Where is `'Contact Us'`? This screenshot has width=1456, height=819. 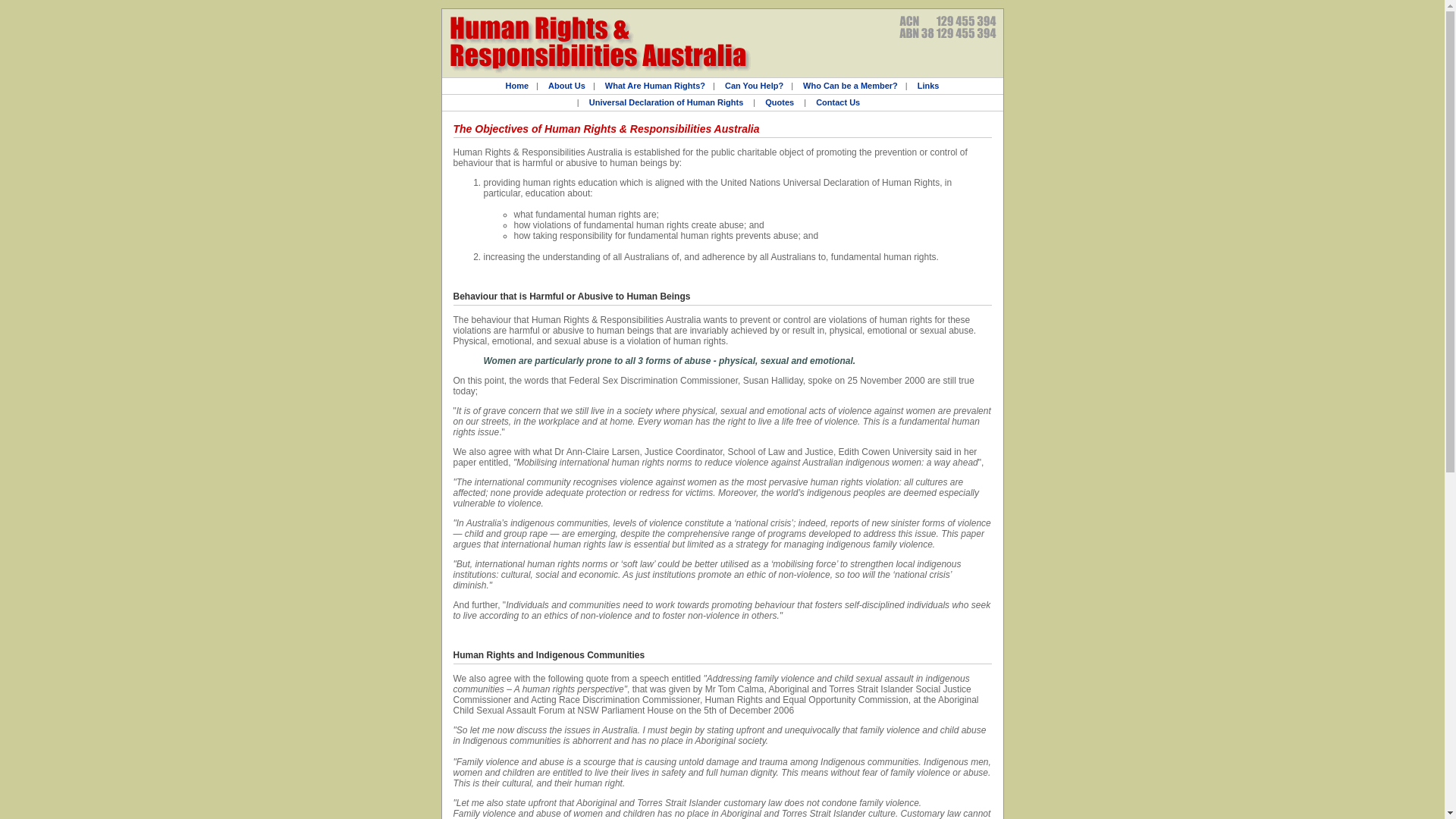 'Contact Us' is located at coordinates (836, 102).